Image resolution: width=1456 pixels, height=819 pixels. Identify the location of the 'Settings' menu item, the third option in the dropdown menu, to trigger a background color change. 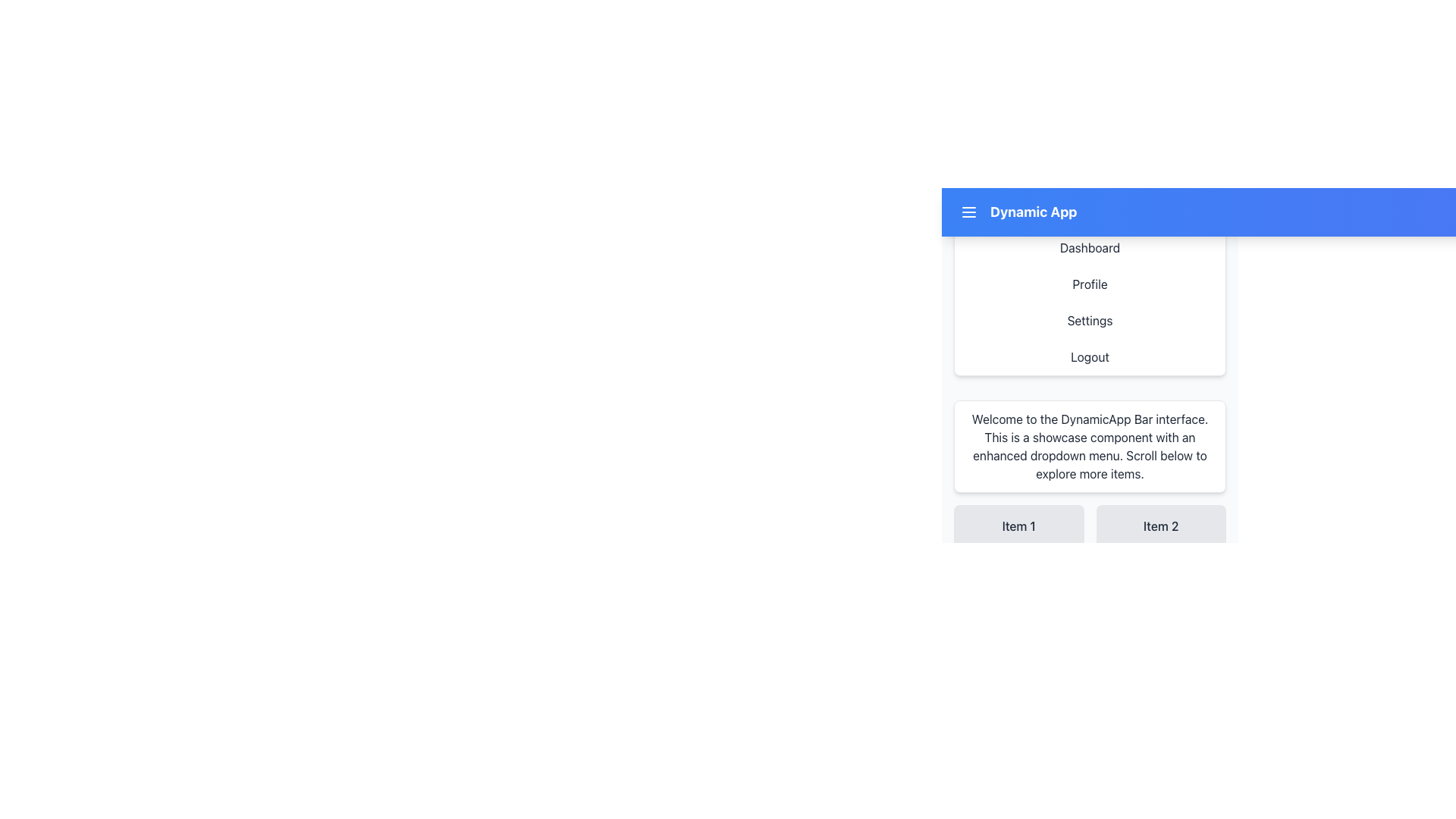
(1089, 320).